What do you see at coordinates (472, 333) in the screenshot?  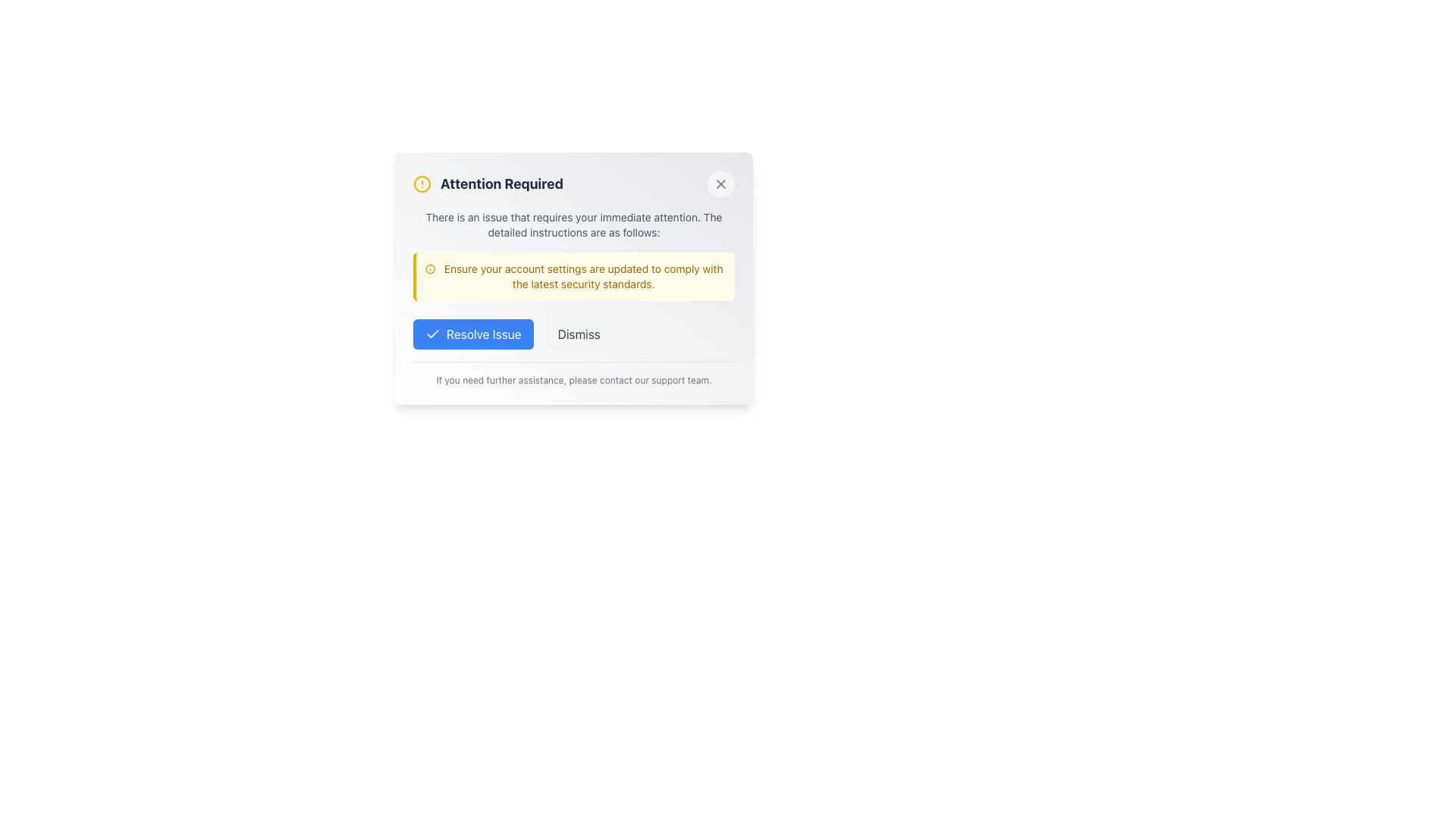 I see `the issue resolution button using keyboard navigation` at bounding box center [472, 333].